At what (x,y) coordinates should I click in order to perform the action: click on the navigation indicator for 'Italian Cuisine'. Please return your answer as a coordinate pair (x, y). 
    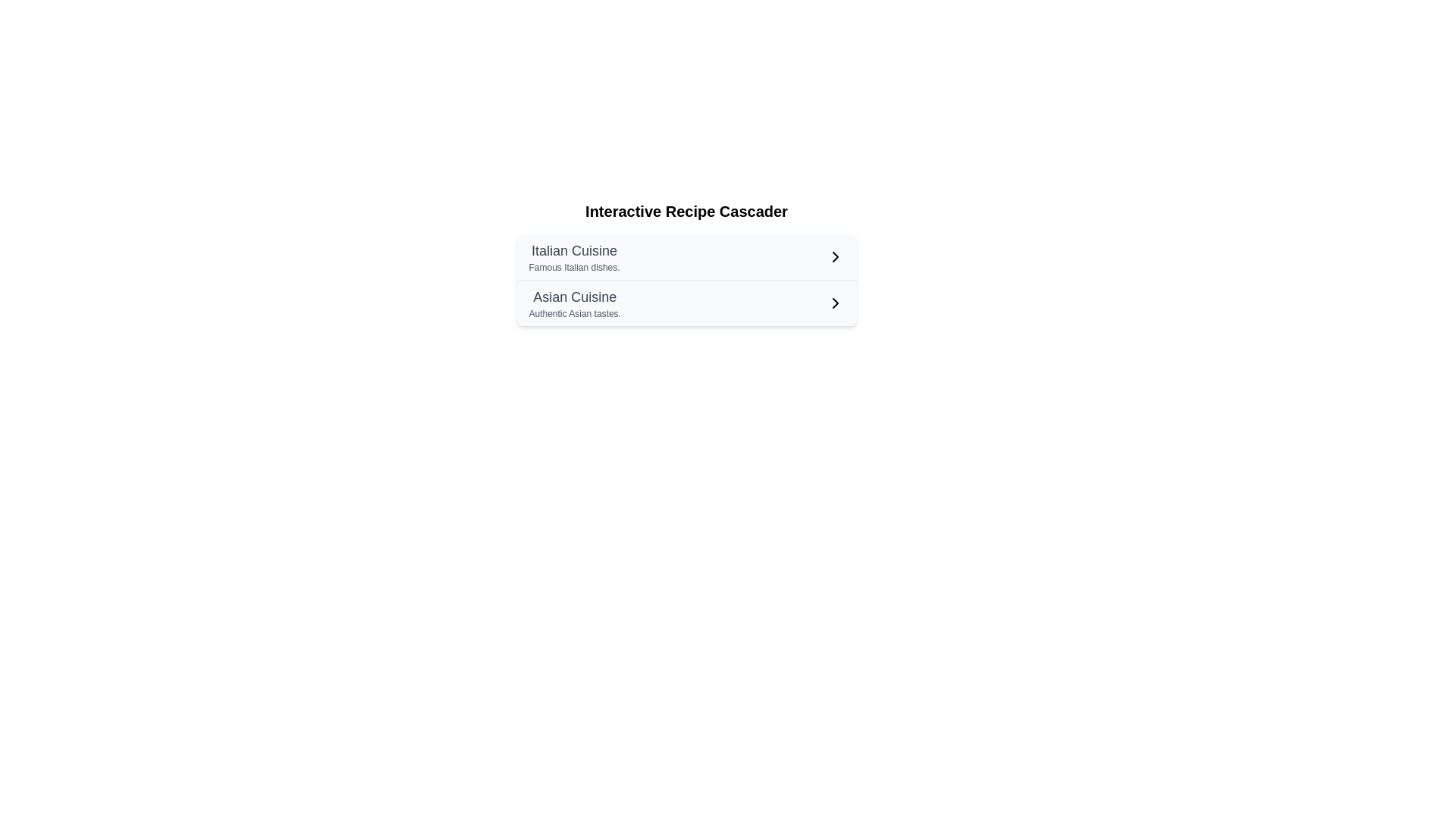
    Looking at the image, I should click on (834, 256).